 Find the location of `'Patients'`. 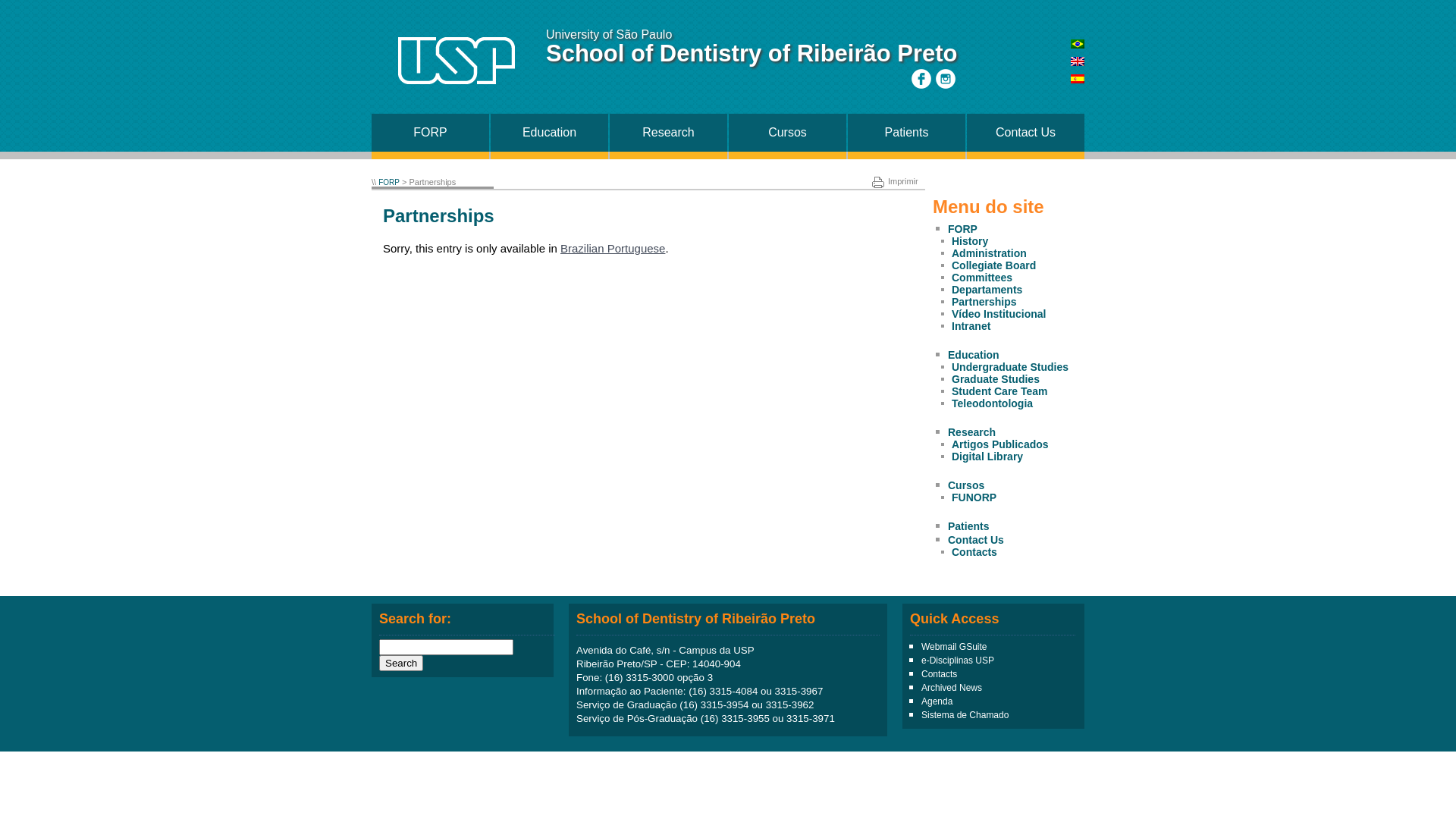

'Patients' is located at coordinates (906, 131).